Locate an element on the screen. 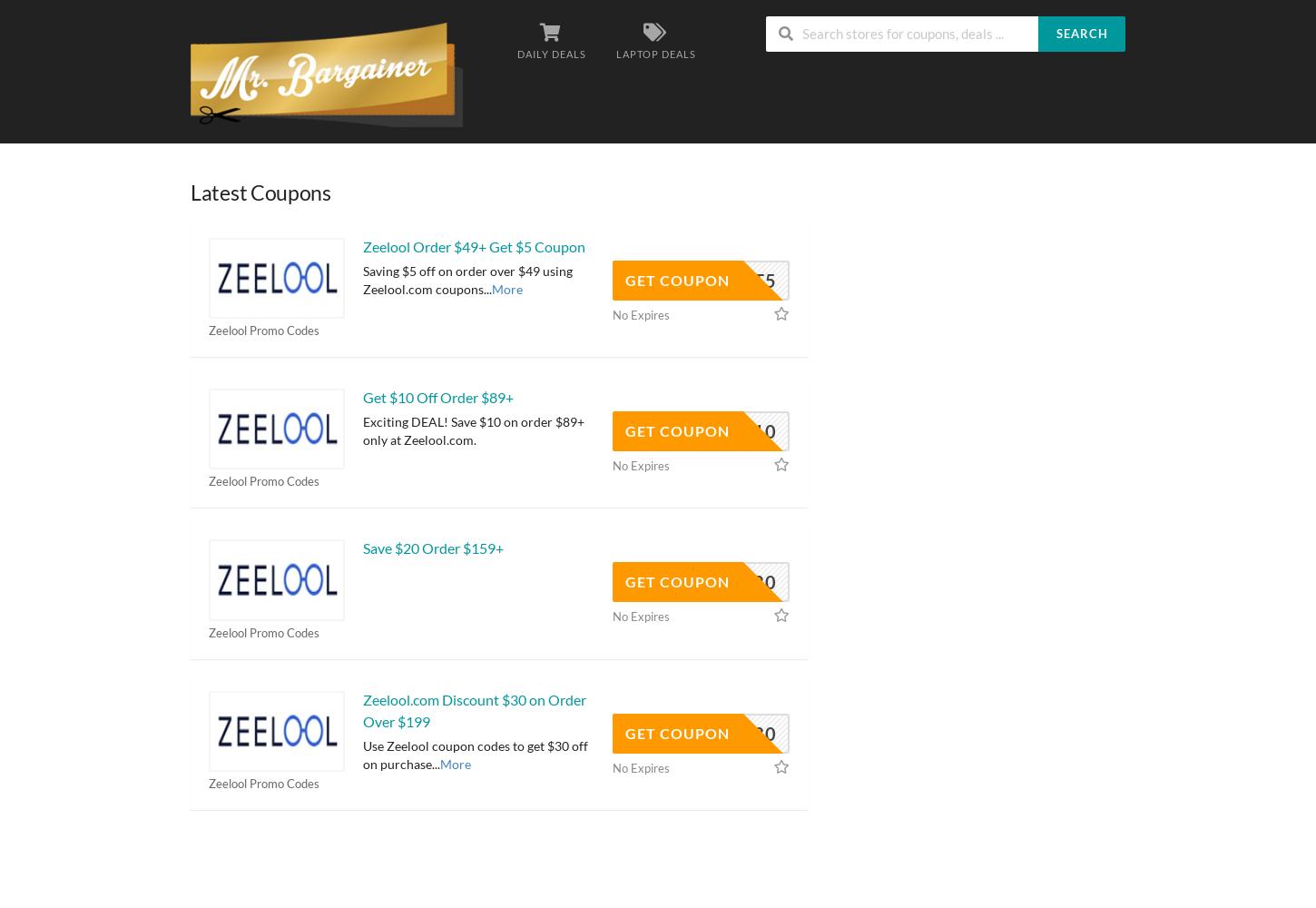  'Search' is located at coordinates (1055, 33).